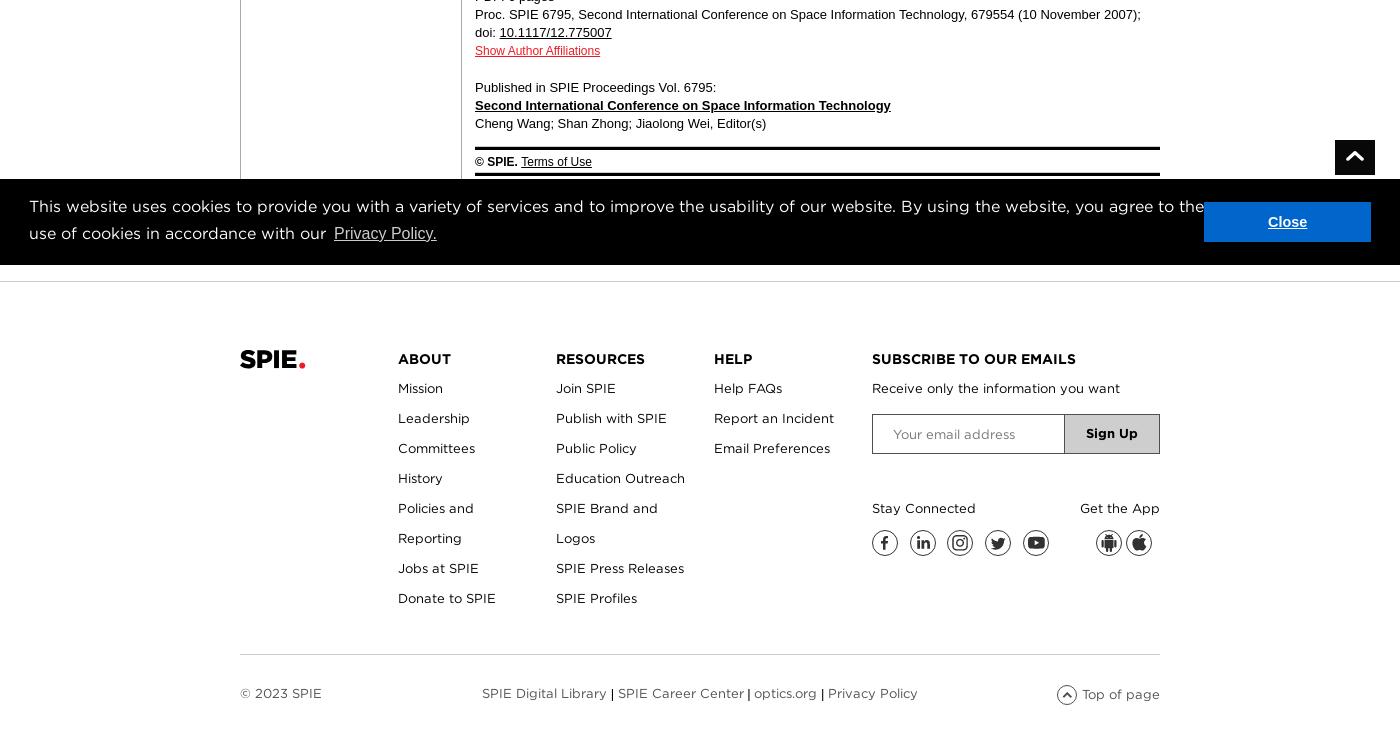 The height and width of the screenshot is (735, 1400). I want to click on 'Email Preferences', so click(771, 447).